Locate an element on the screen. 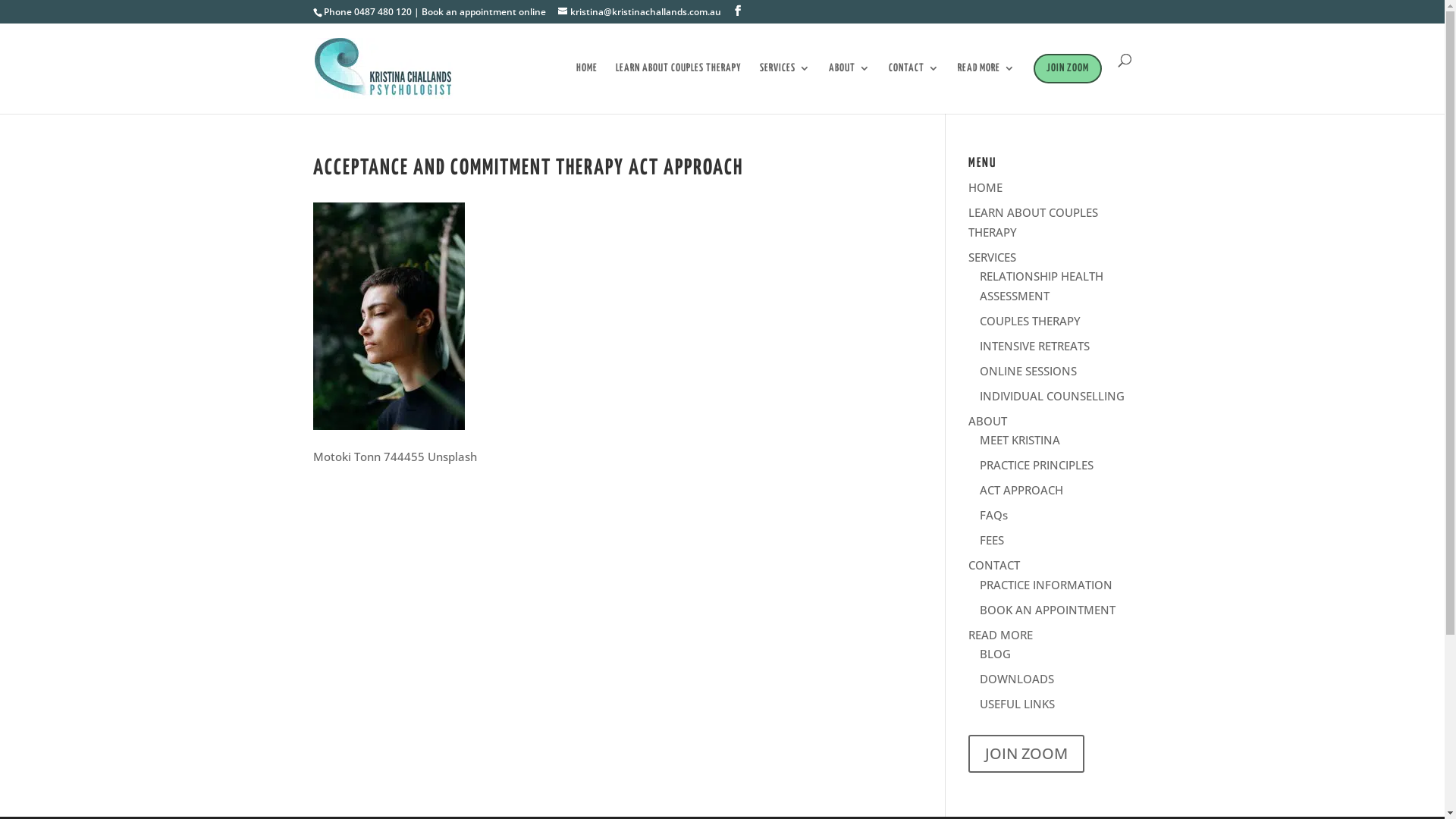  'MEET KRISTINA' is located at coordinates (979, 439).